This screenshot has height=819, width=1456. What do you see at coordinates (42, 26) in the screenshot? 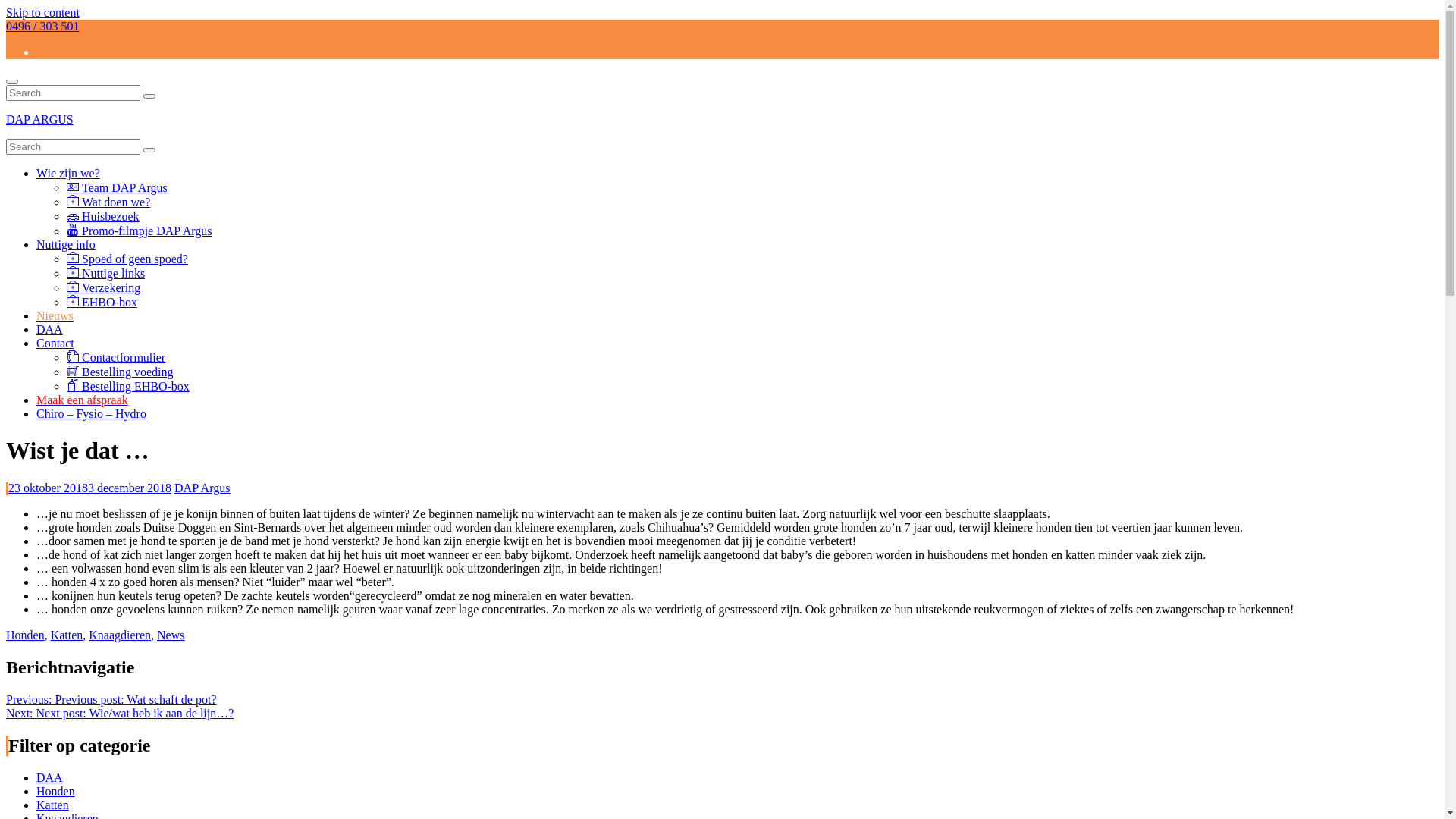
I see `'0496 / 303 501'` at bounding box center [42, 26].